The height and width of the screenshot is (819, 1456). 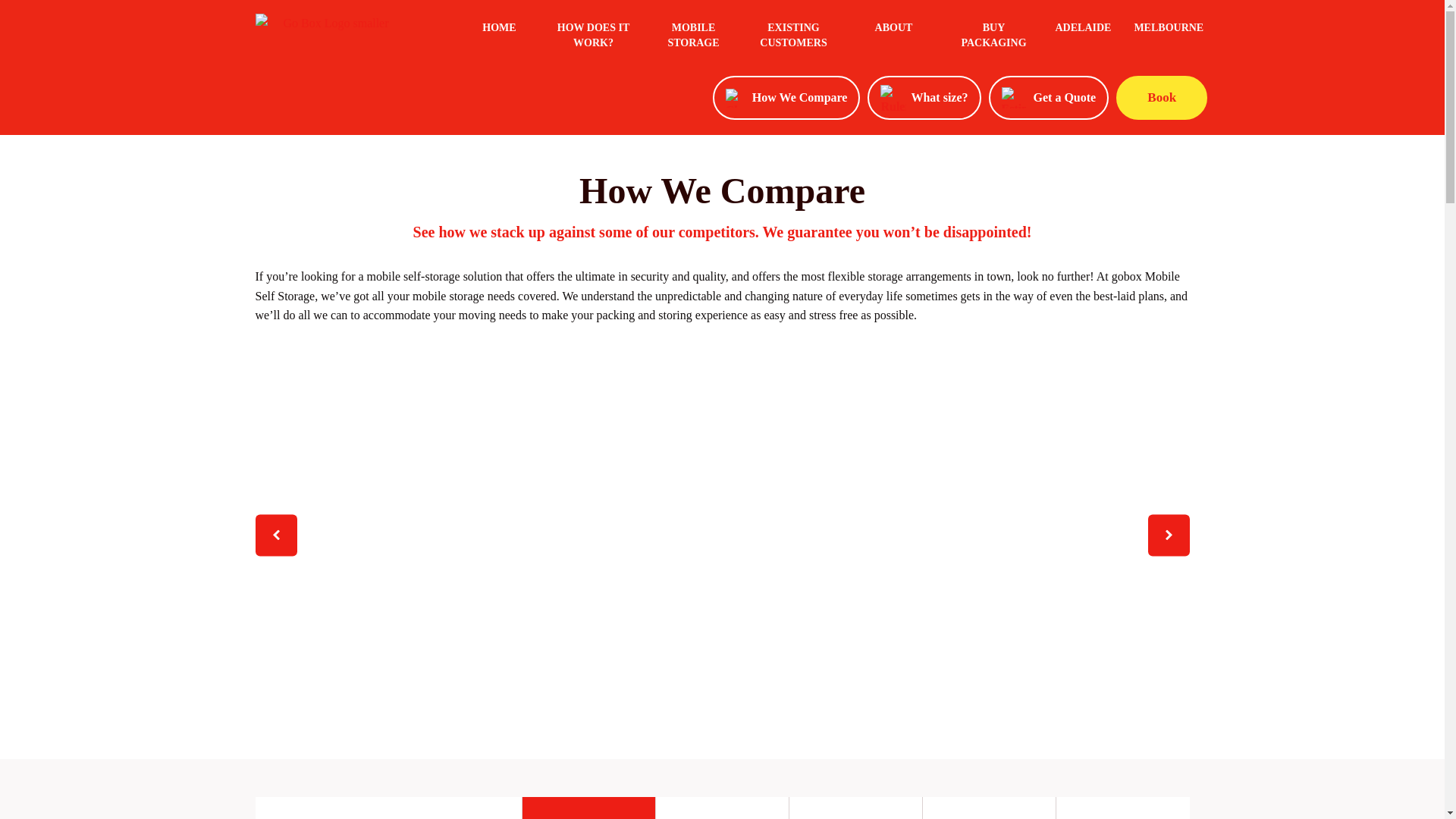 I want to click on 'HOW DOES IT WORK?', so click(x=592, y=37).